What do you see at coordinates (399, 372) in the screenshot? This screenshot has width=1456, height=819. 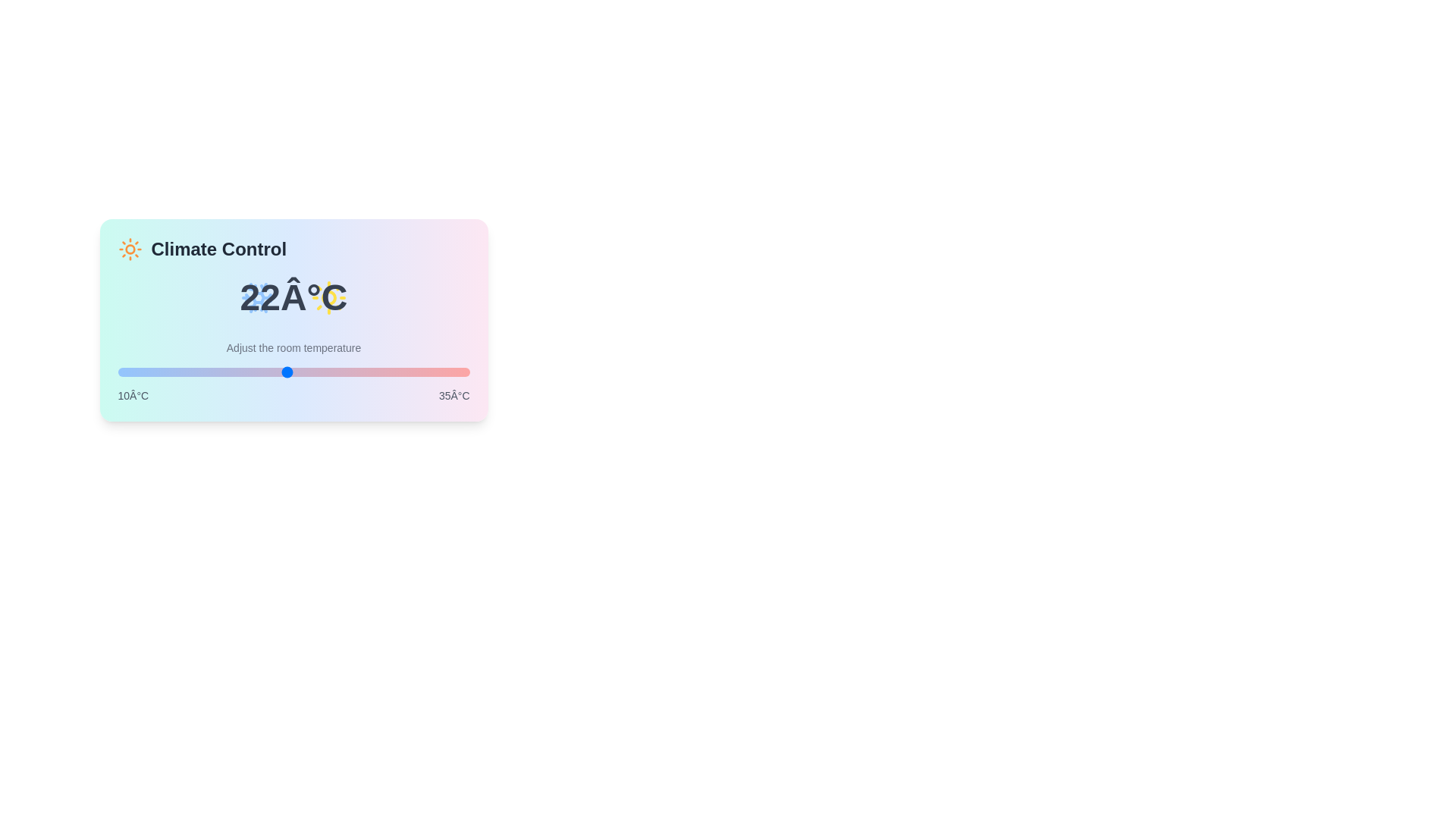 I see `the temperature slider to 30 degrees Celsius` at bounding box center [399, 372].